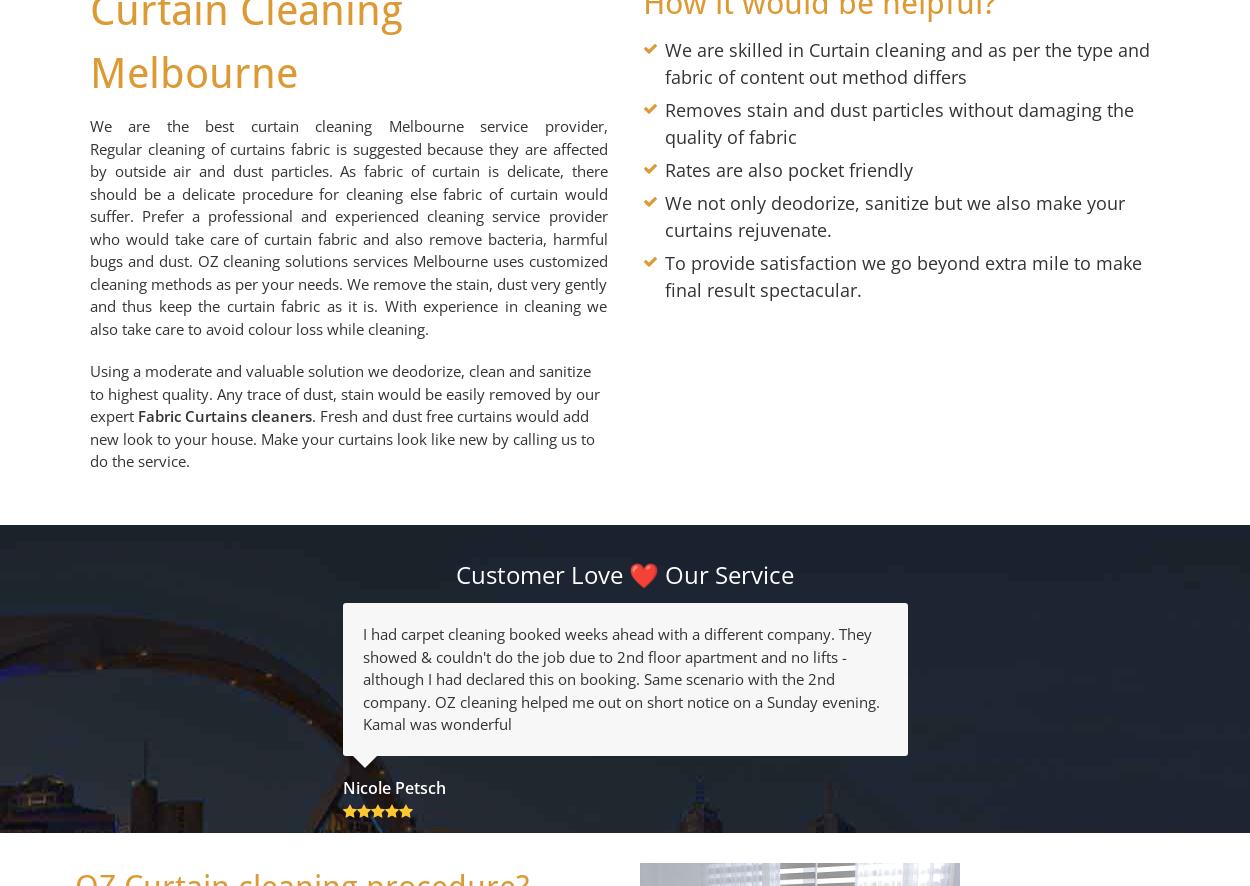 This screenshot has height=886, width=1250. I want to click on 'We not only deodorize, sanitize but we also make your curtains rejuvenate.', so click(895, 216).